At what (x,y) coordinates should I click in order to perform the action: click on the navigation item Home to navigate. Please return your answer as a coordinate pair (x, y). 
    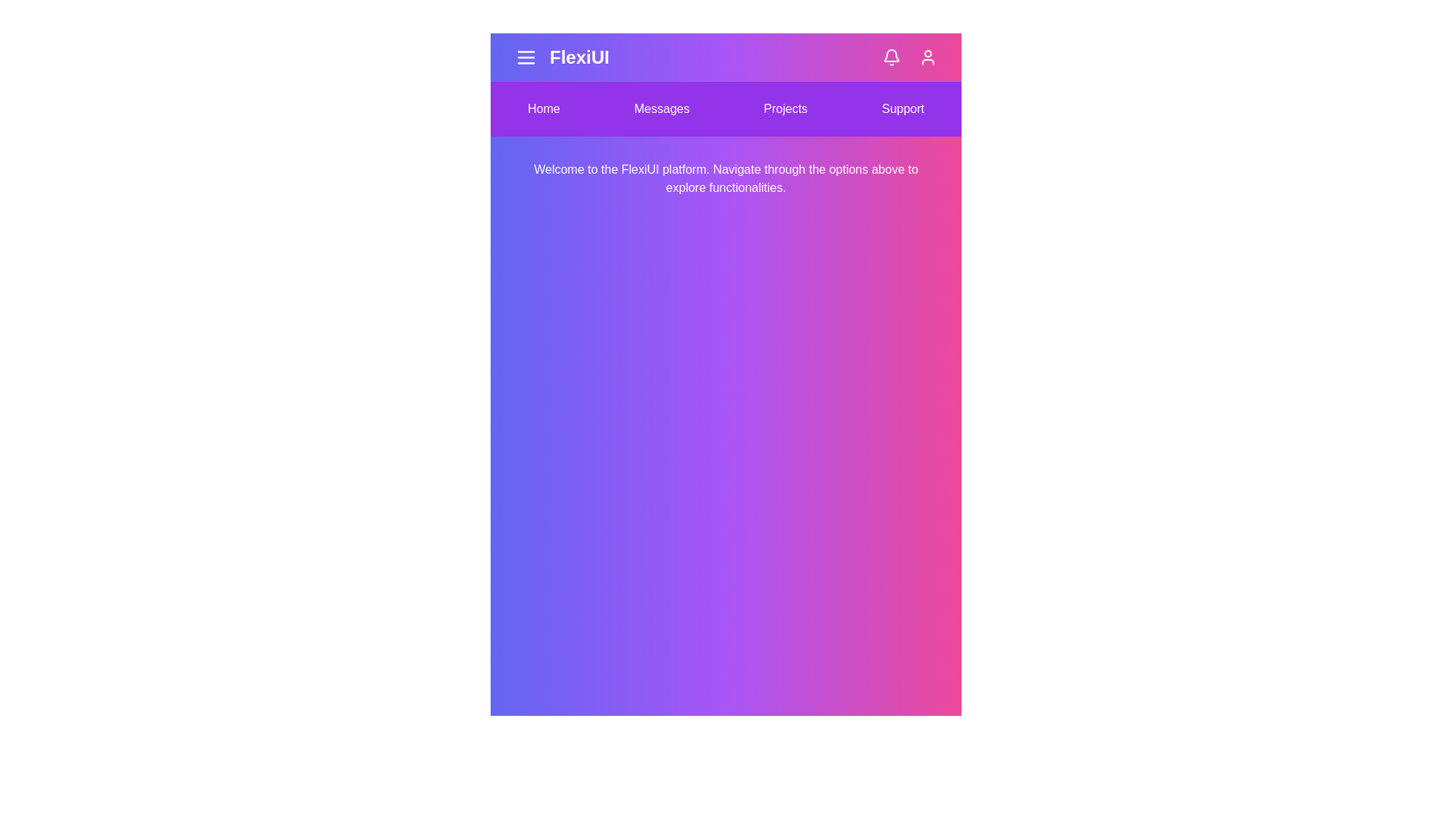
    Looking at the image, I should click on (543, 108).